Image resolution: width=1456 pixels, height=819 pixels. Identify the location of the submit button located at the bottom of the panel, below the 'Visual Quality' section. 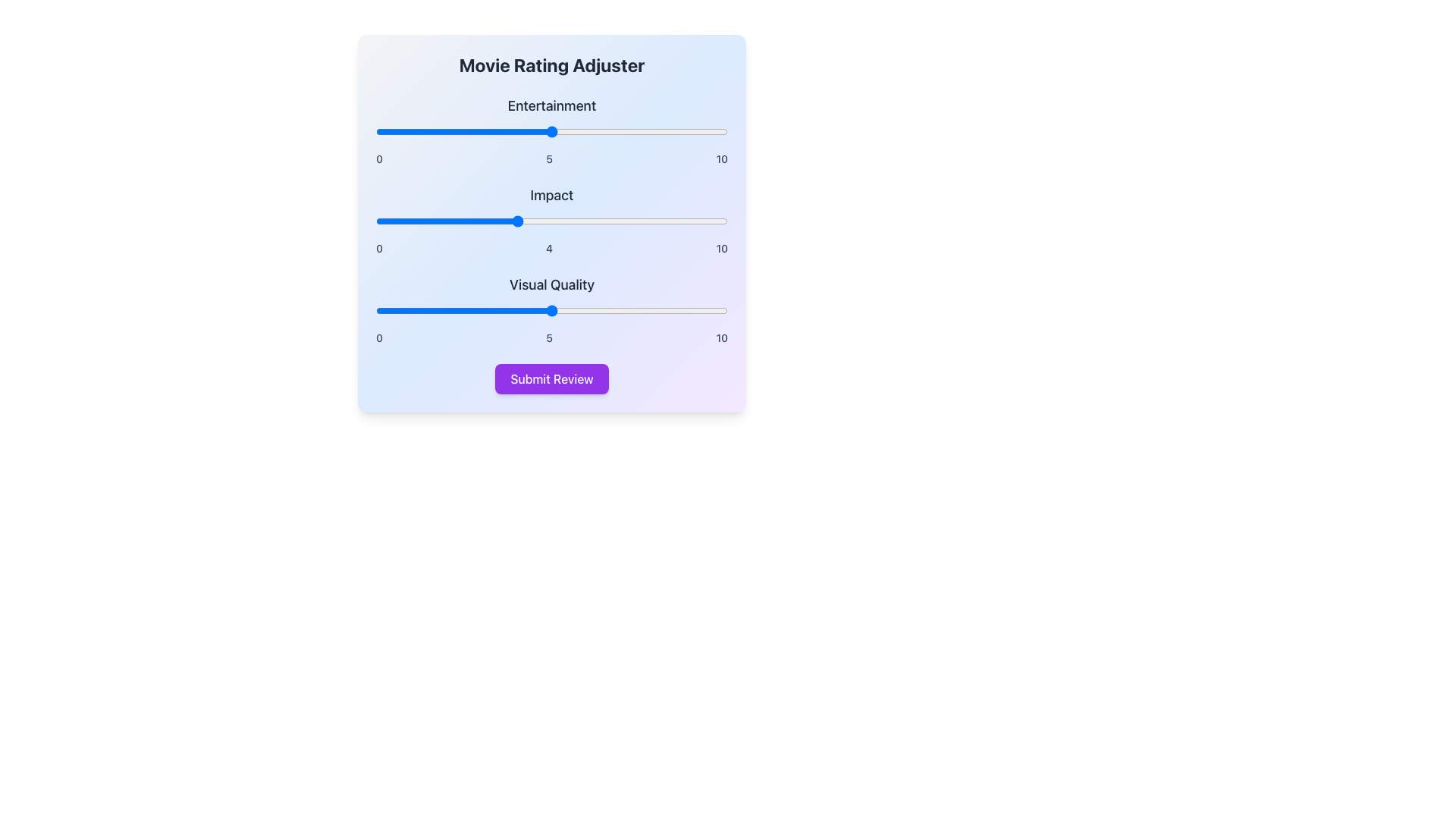
(551, 378).